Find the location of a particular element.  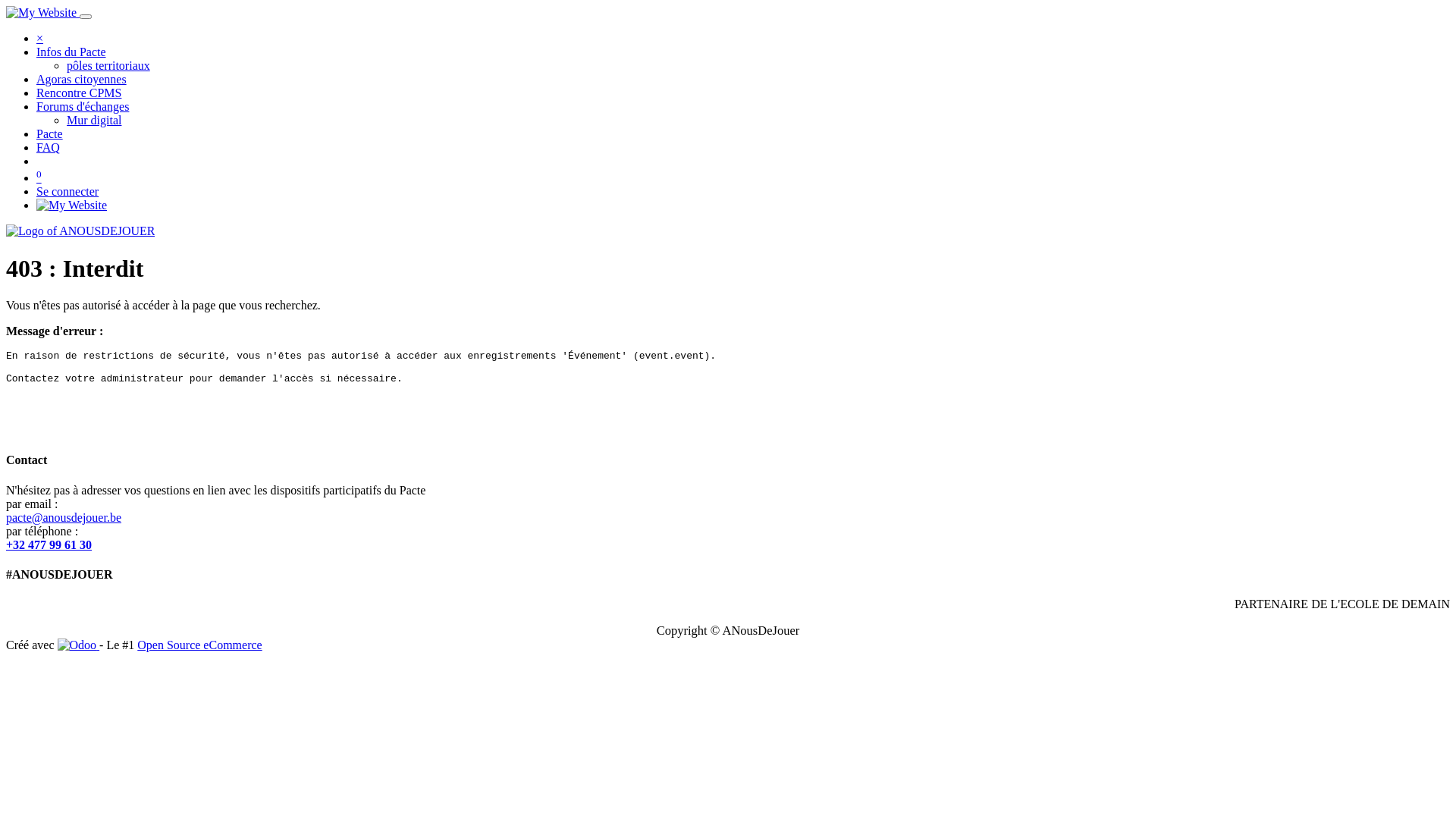

'Agoras citoyennes' is located at coordinates (80, 79).